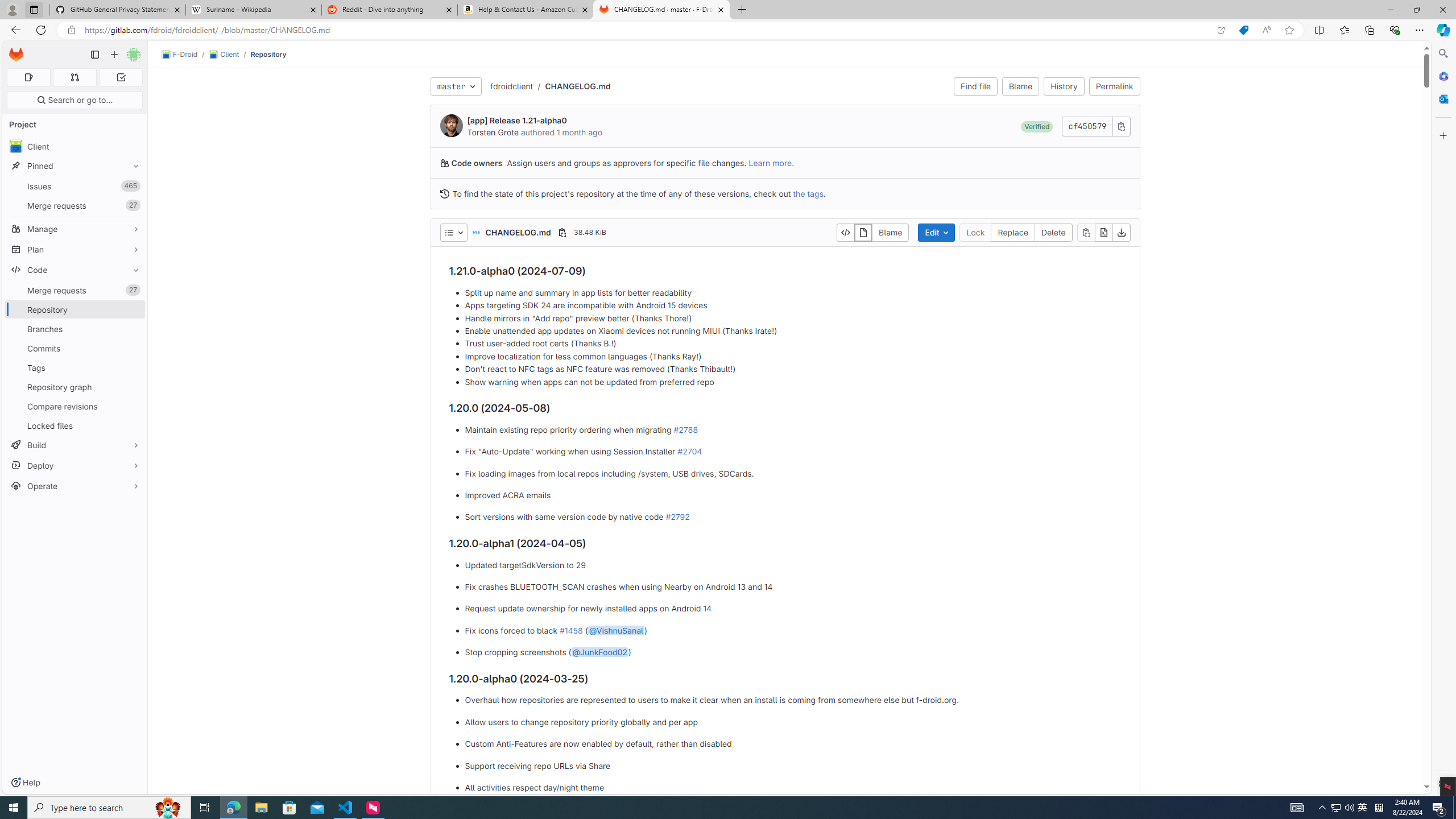 This screenshot has width=1456, height=819. Describe the element at coordinates (617, 630) in the screenshot. I see `'@VishnuSanal'` at that location.